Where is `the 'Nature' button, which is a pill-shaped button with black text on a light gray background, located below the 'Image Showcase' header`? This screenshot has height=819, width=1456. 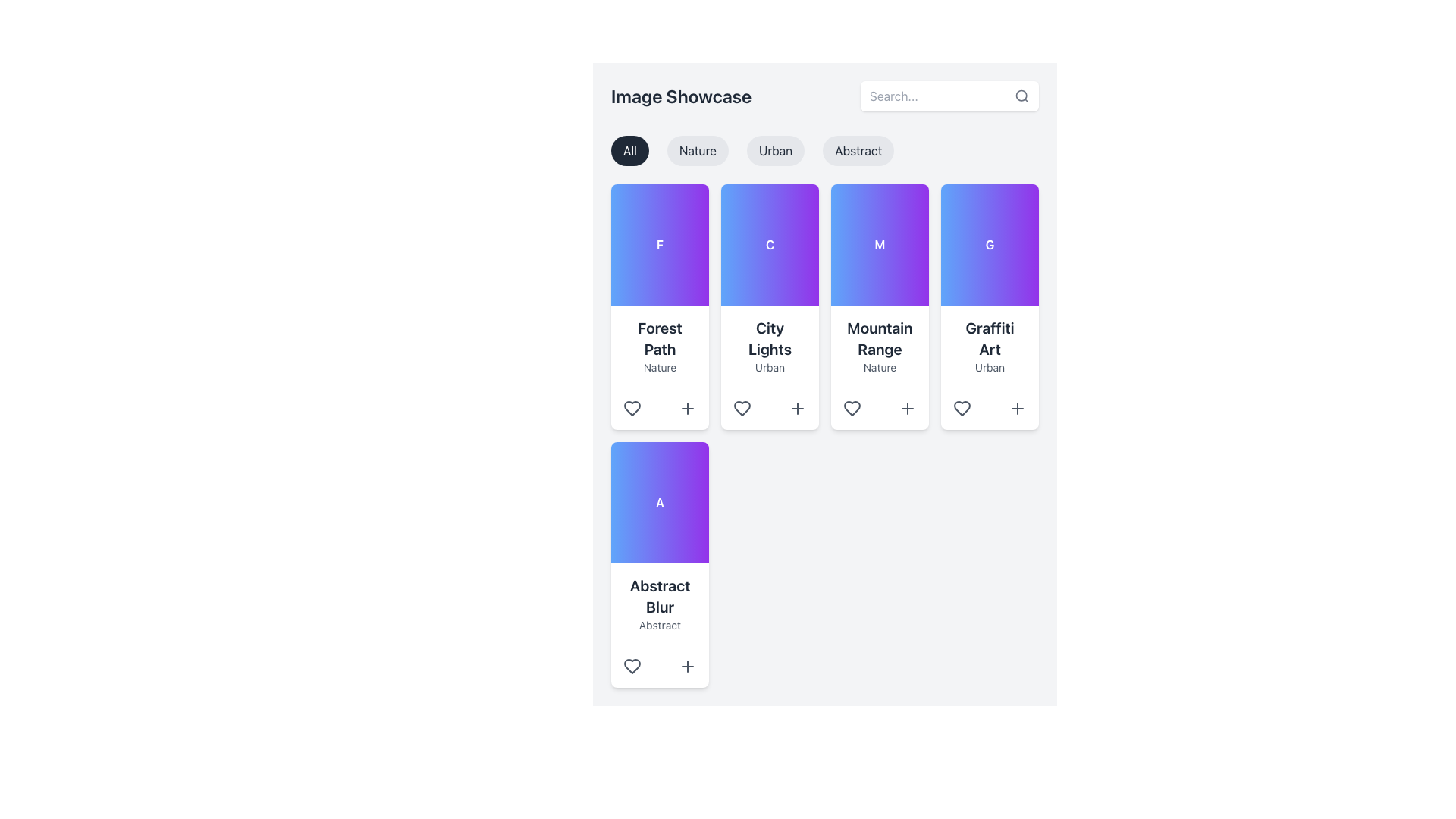
the 'Nature' button, which is a pill-shaped button with black text on a light gray background, located below the 'Image Showcase' header is located at coordinates (697, 151).